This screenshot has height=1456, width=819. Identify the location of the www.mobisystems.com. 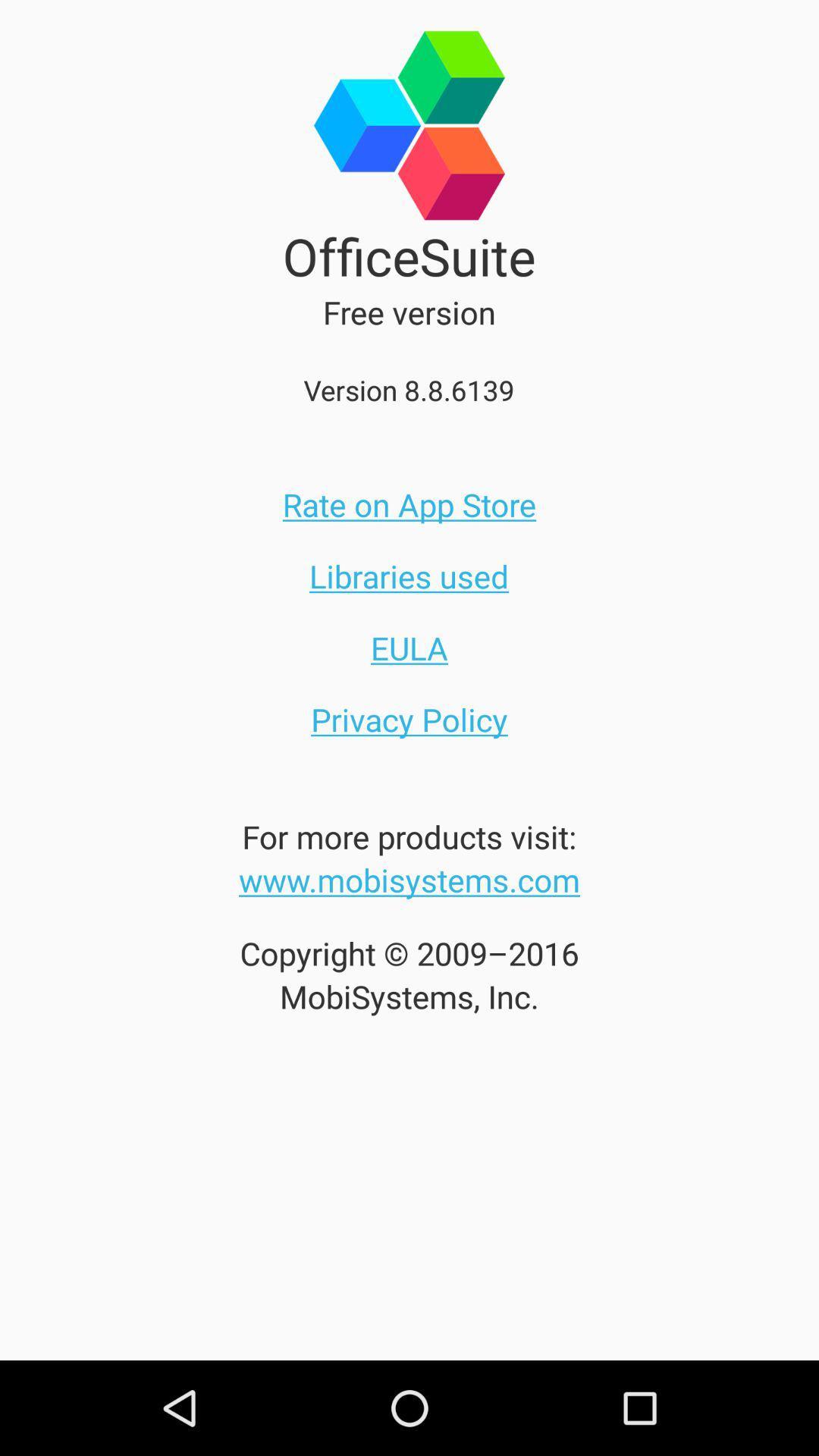
(409, 880).